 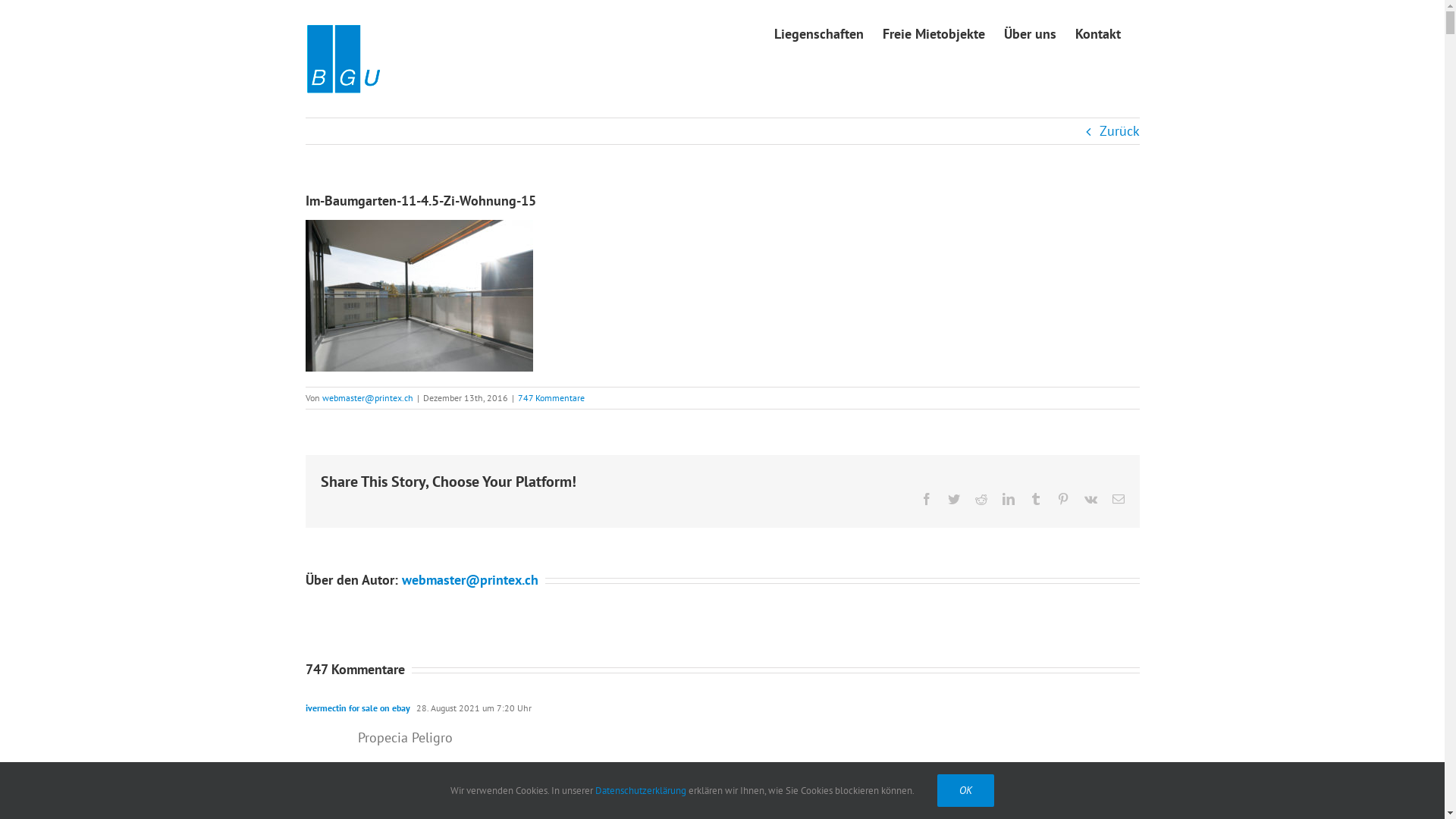 I want to click on 'OK', so click(x=965, y=789).